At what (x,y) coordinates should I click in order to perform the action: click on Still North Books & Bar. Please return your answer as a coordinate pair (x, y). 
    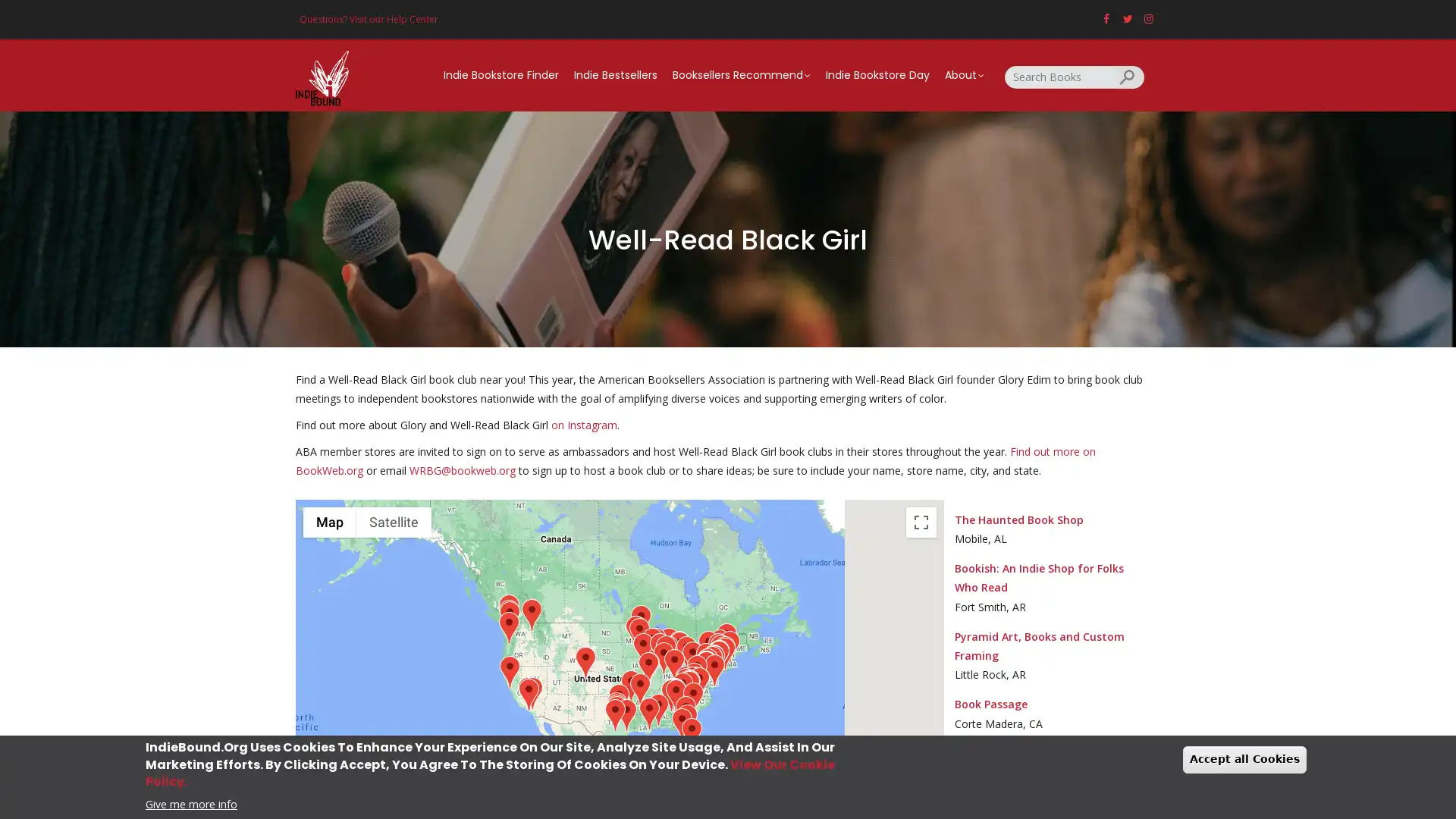
    Looking at the image, I should click on (725, 639).